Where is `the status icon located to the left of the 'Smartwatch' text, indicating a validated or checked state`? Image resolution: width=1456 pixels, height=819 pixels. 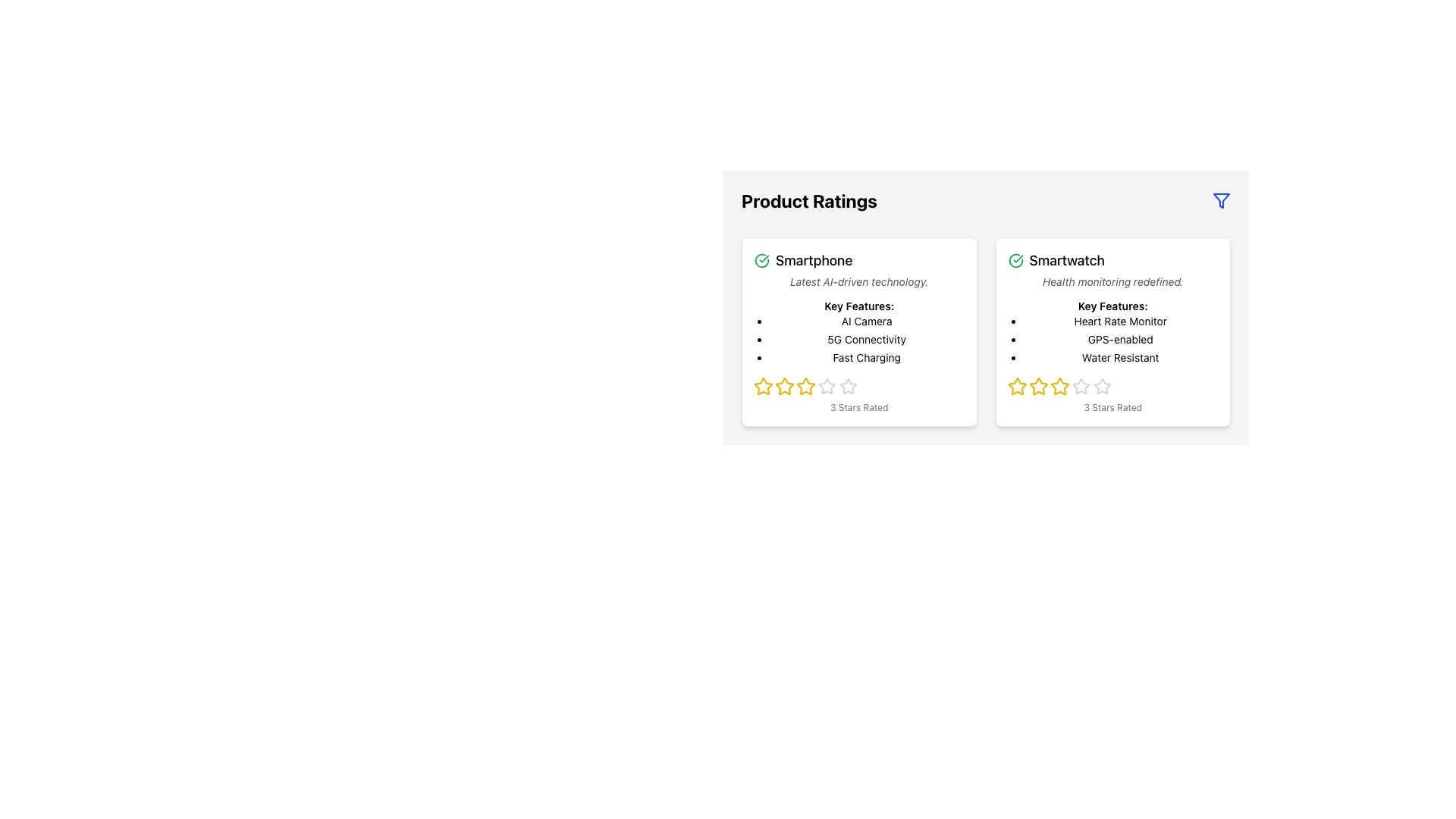
the status icon located to the left of the 'Smartwatch' text, indicating a validated or checked state is located at coordinates (1015, 259).